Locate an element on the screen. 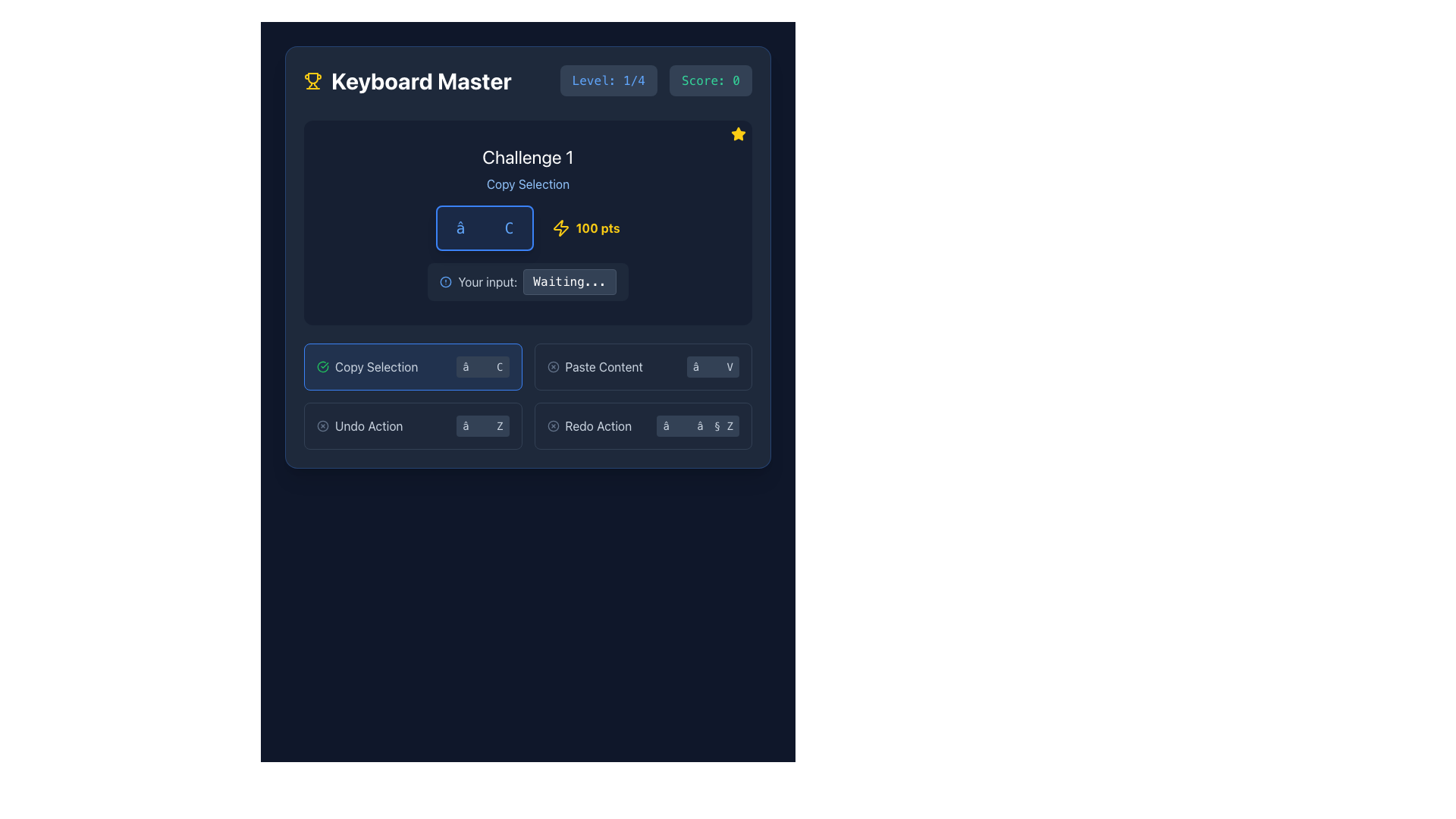  the 'Undo Action' button located in the bottom-left corner of the grid layout is located at coordinates (359, 426).